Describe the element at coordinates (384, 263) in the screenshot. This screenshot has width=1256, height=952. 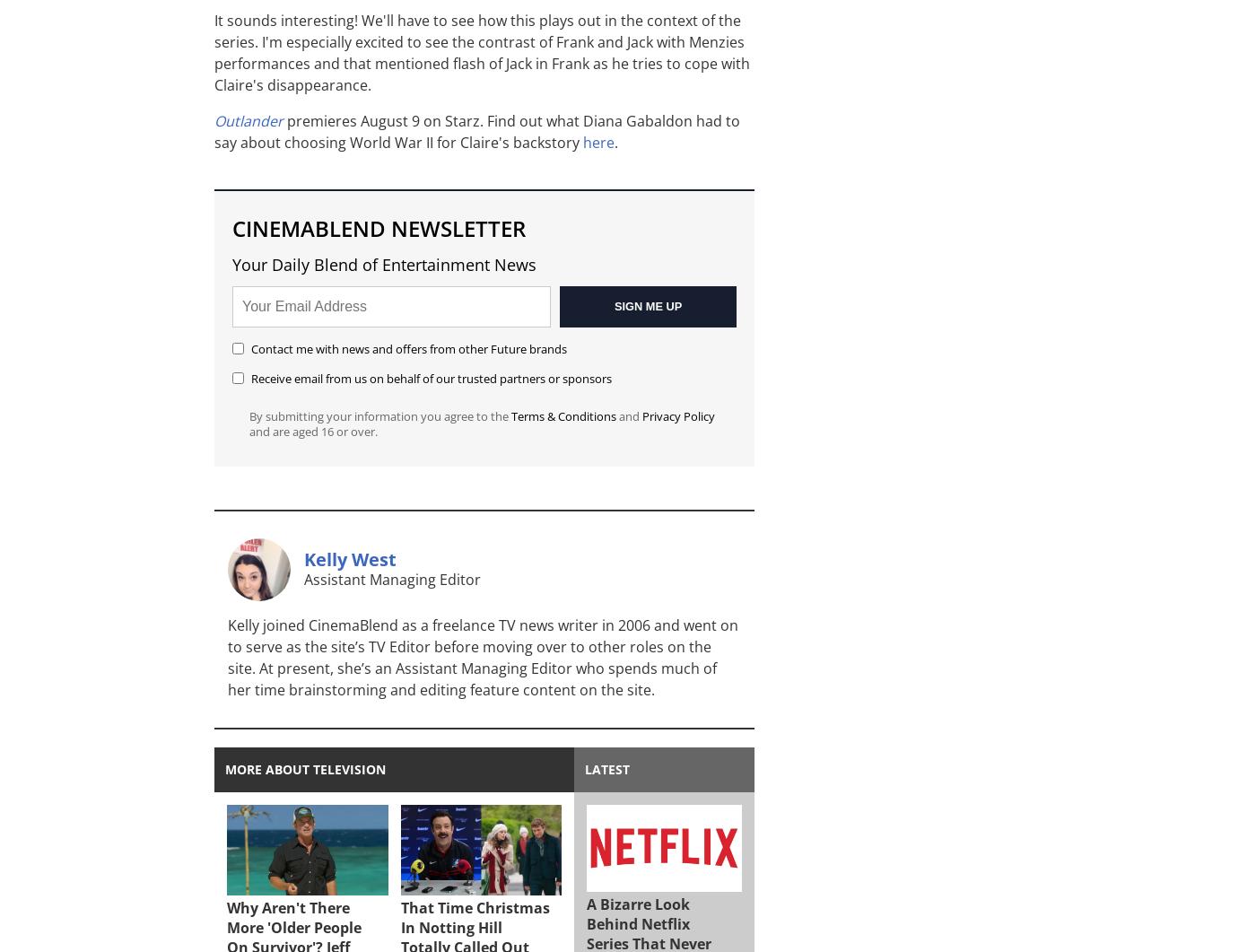
I see `'Your Daily Blend of Entertainment News'` at that location.